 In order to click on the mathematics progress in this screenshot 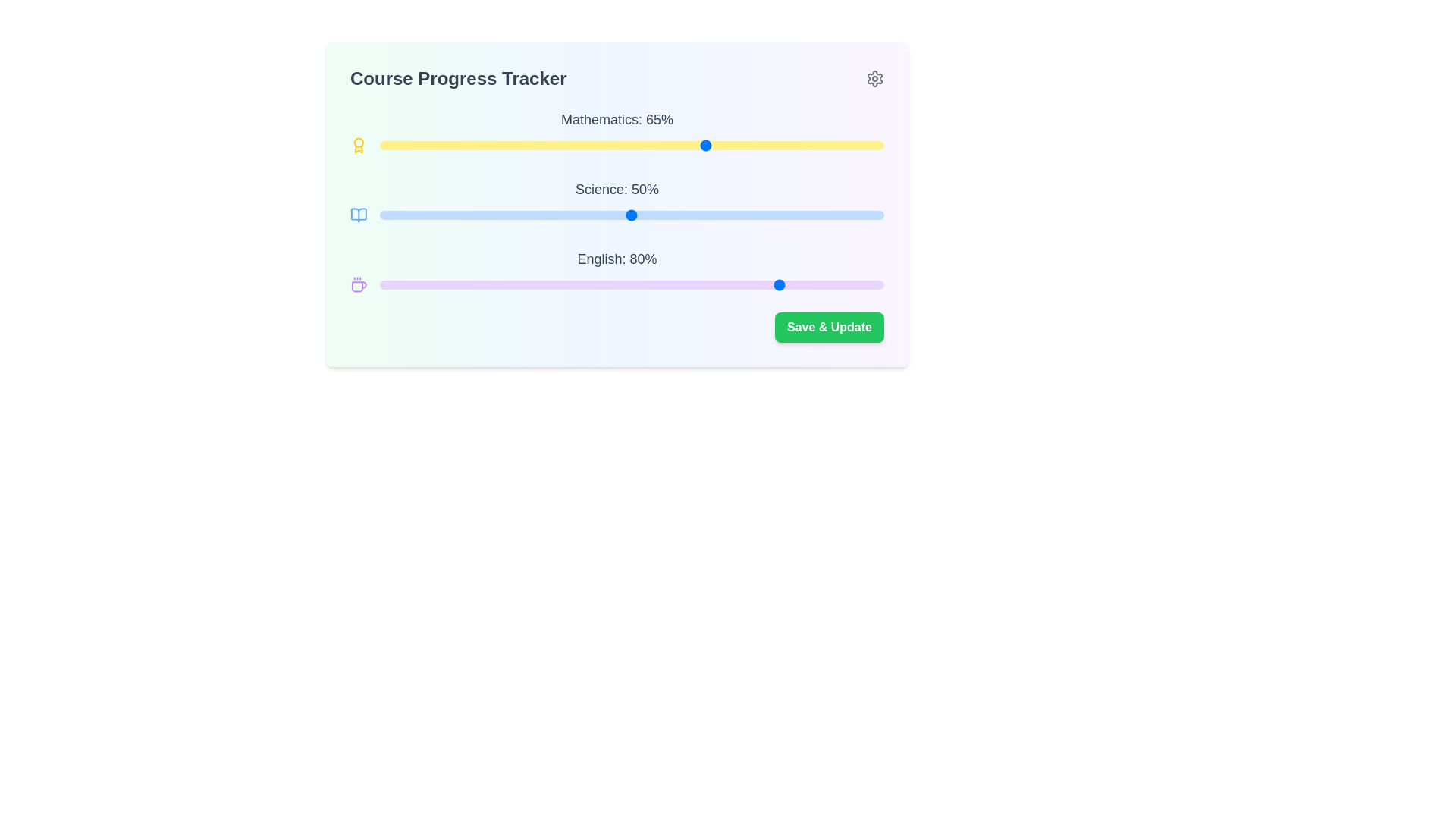, I will do `click(415, 146)`.